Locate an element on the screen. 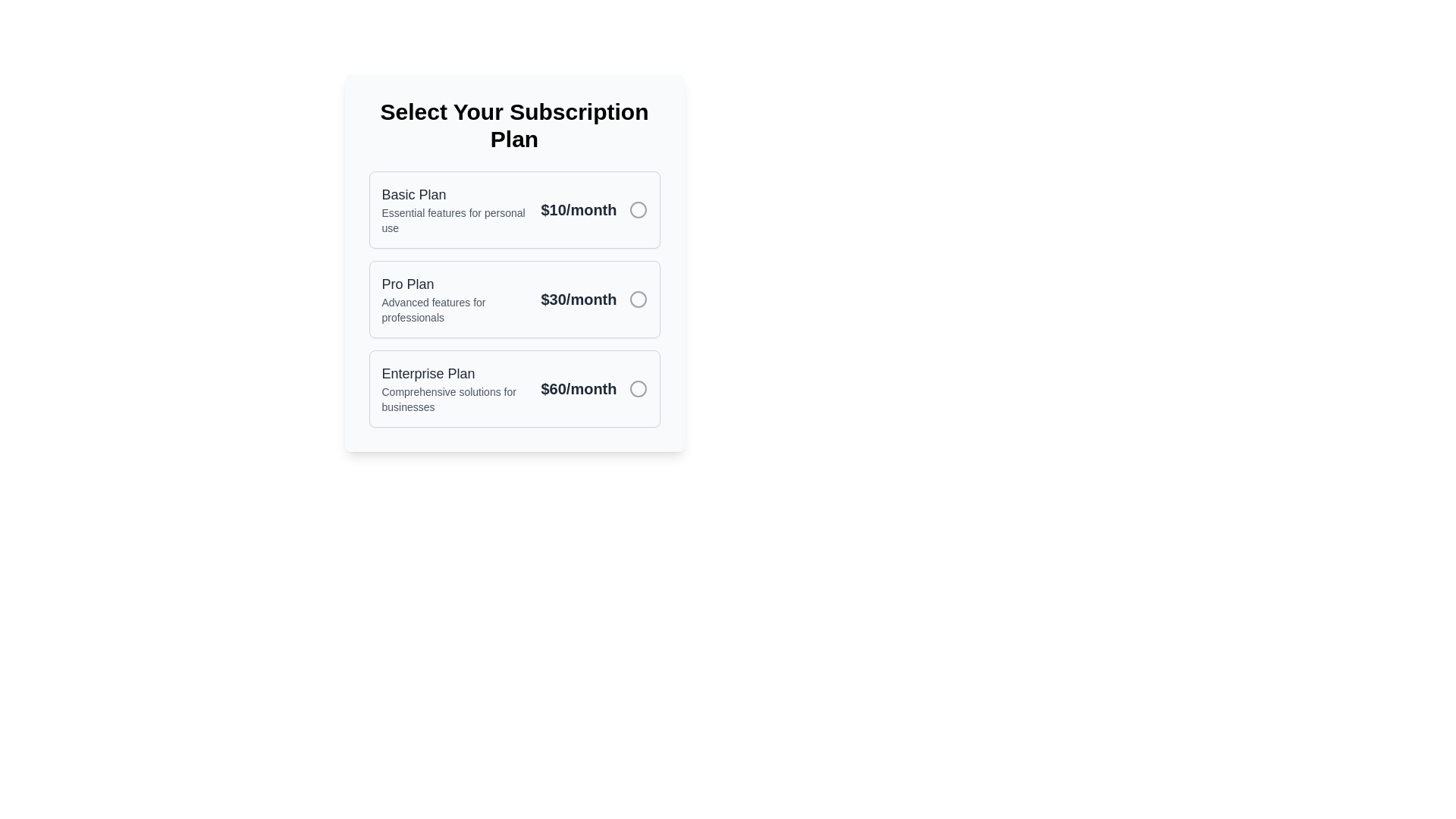 The height and width of the screenshot is (819, 1456). the descriptive text label for the 'Enterprise Plan' option, which is positioned beneath its header in the subscription plans list is located at coordinates (454, 399).